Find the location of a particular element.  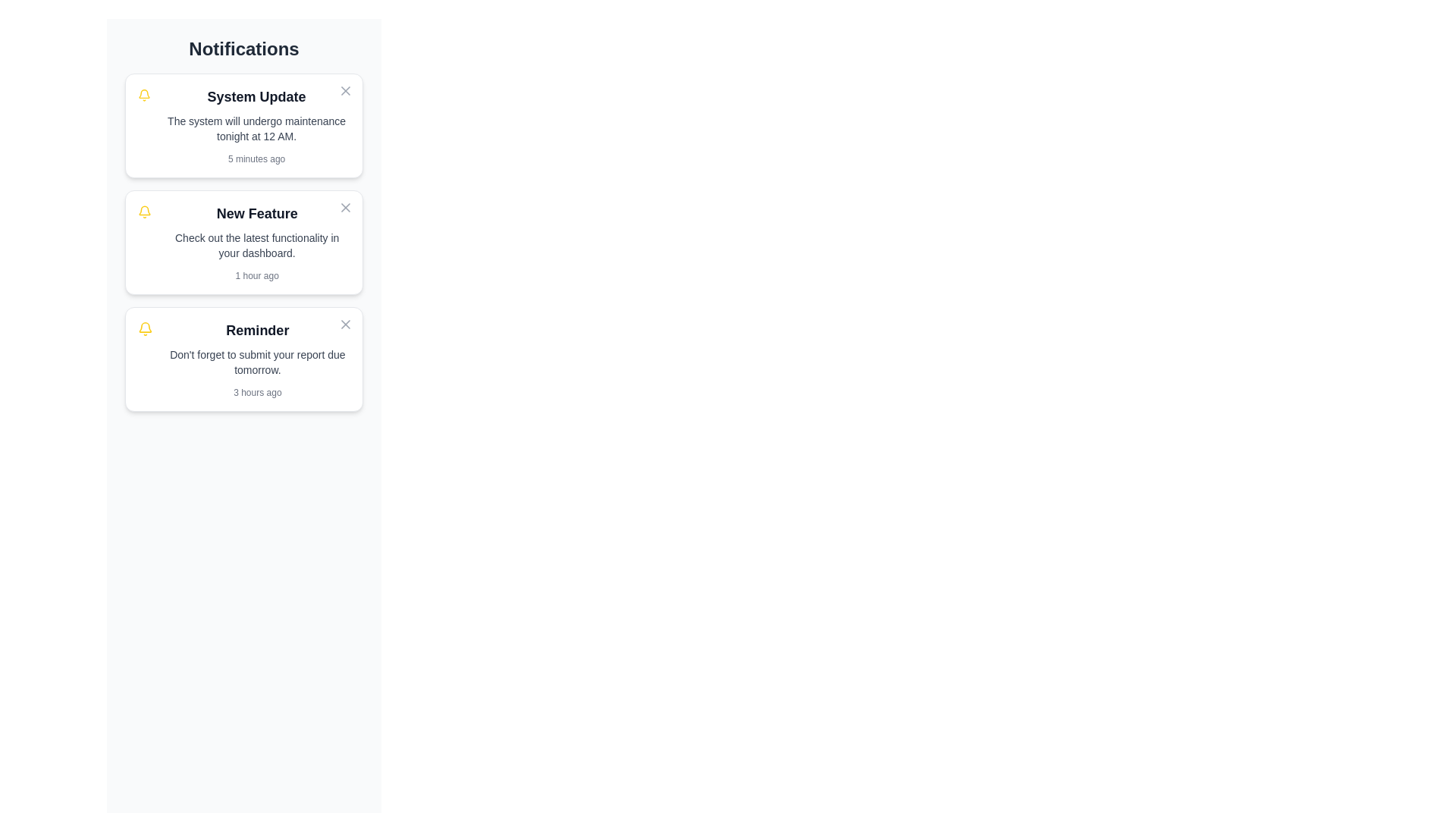

text content of the Notification card with the heading 'Reminder' located in the vertical list of notifications is located at coordinates (257, 359).